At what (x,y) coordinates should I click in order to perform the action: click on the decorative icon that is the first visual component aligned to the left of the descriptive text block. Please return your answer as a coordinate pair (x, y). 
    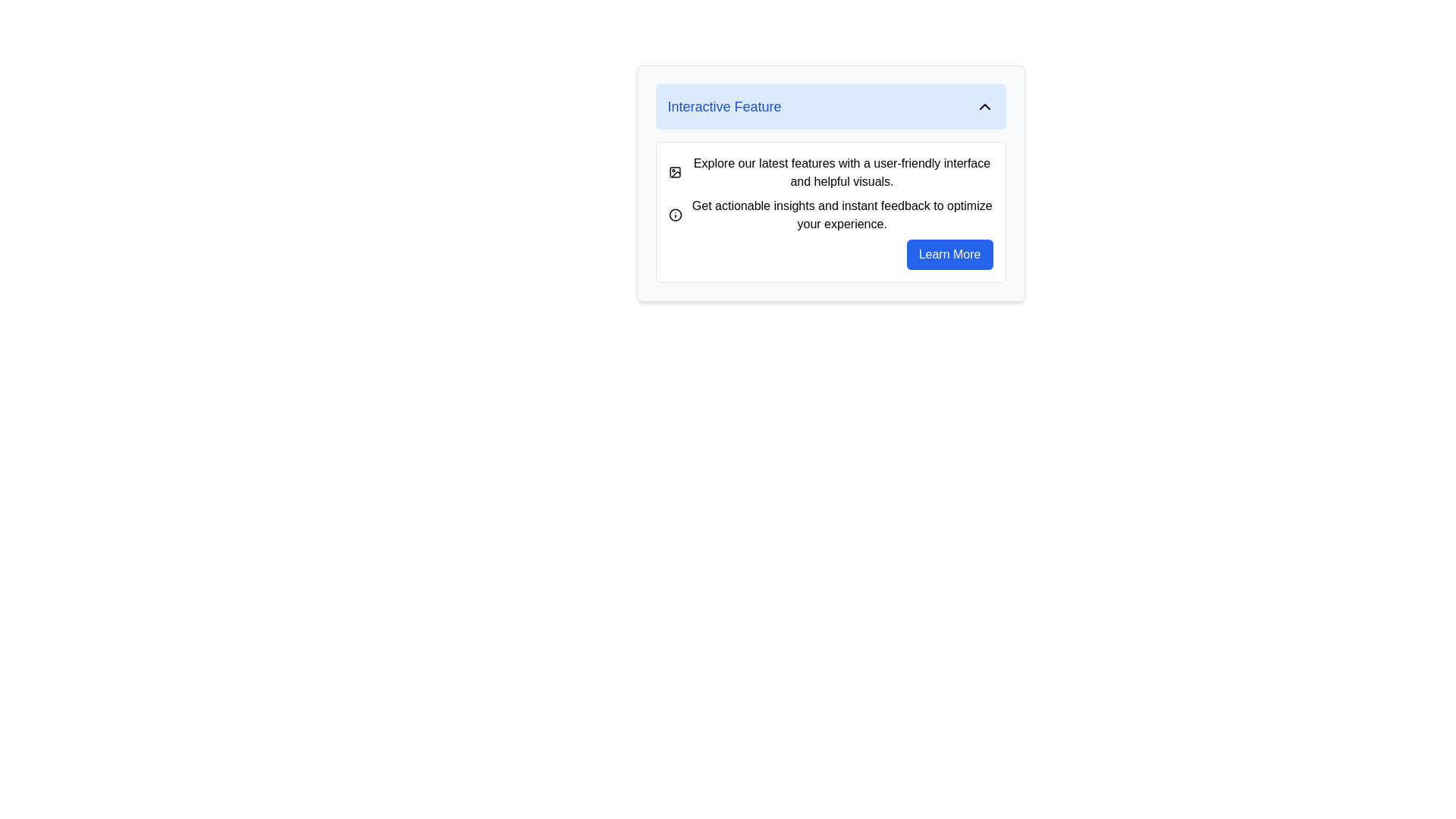
    Looking at the image, I should click on (674, 171).